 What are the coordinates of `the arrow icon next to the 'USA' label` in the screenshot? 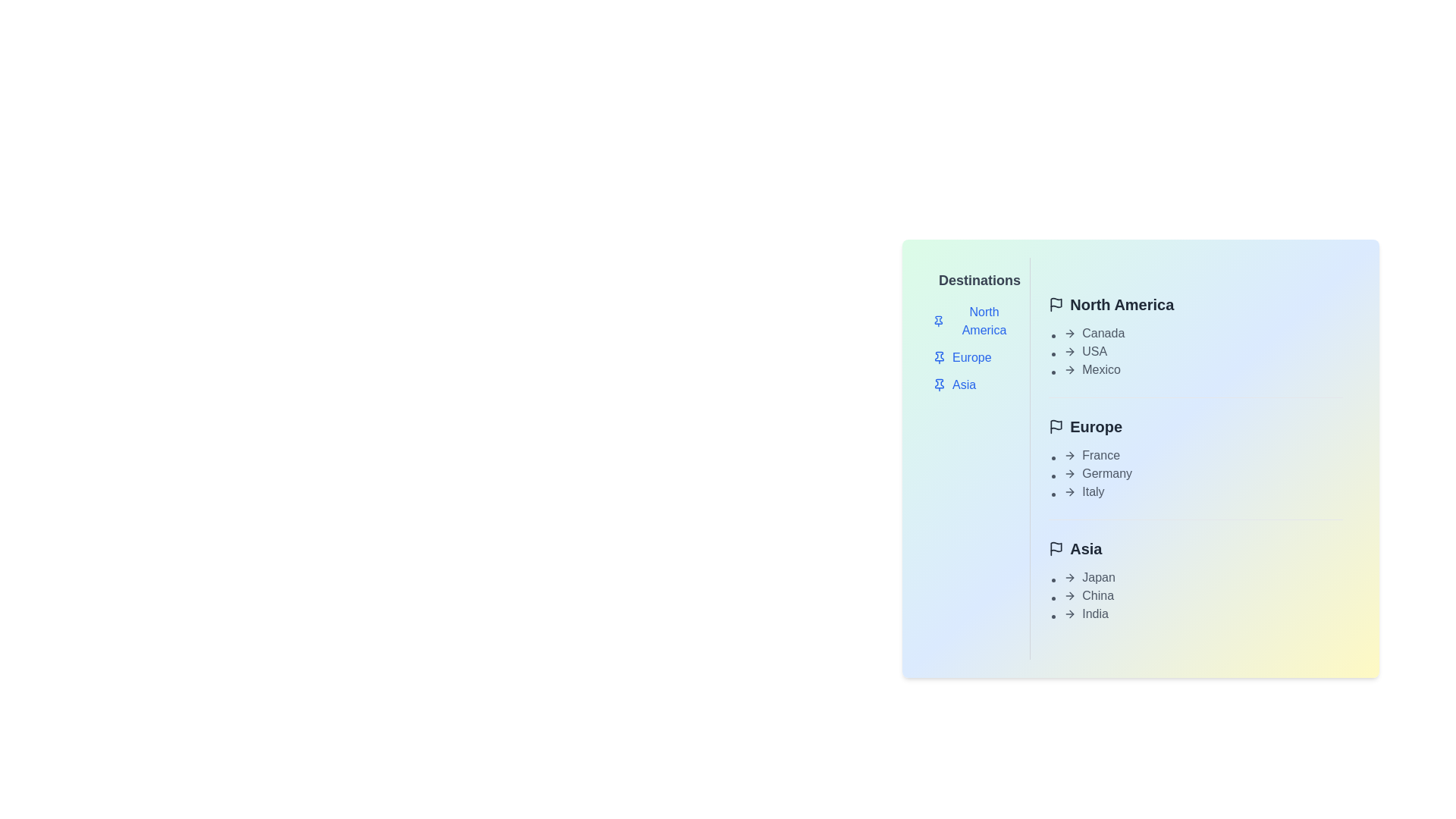 It's located at (1069, 351).